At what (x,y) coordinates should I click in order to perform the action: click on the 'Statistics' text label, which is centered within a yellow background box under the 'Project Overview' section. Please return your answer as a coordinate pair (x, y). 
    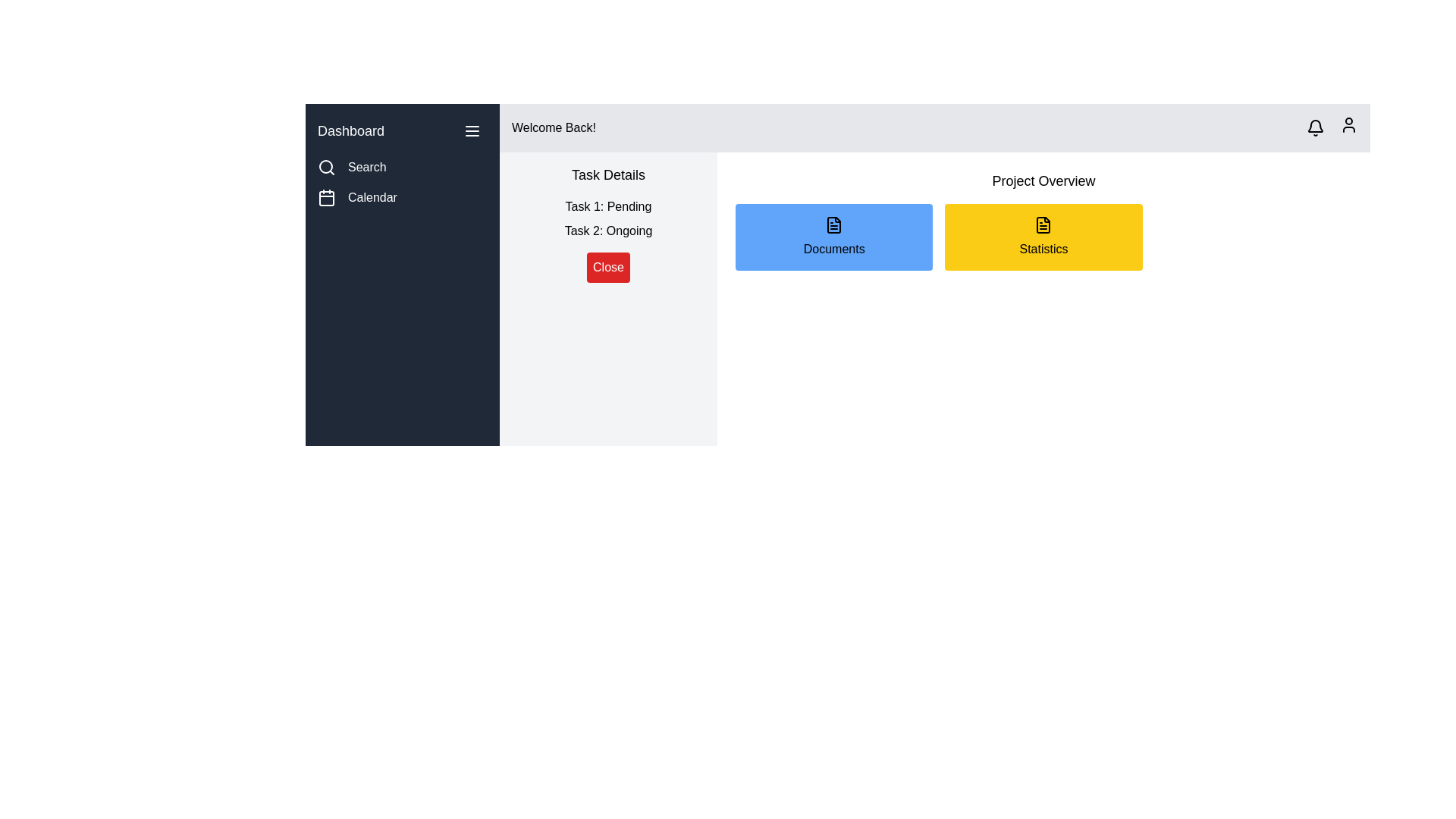
    Looking at the image, I should click on (1043, 248).